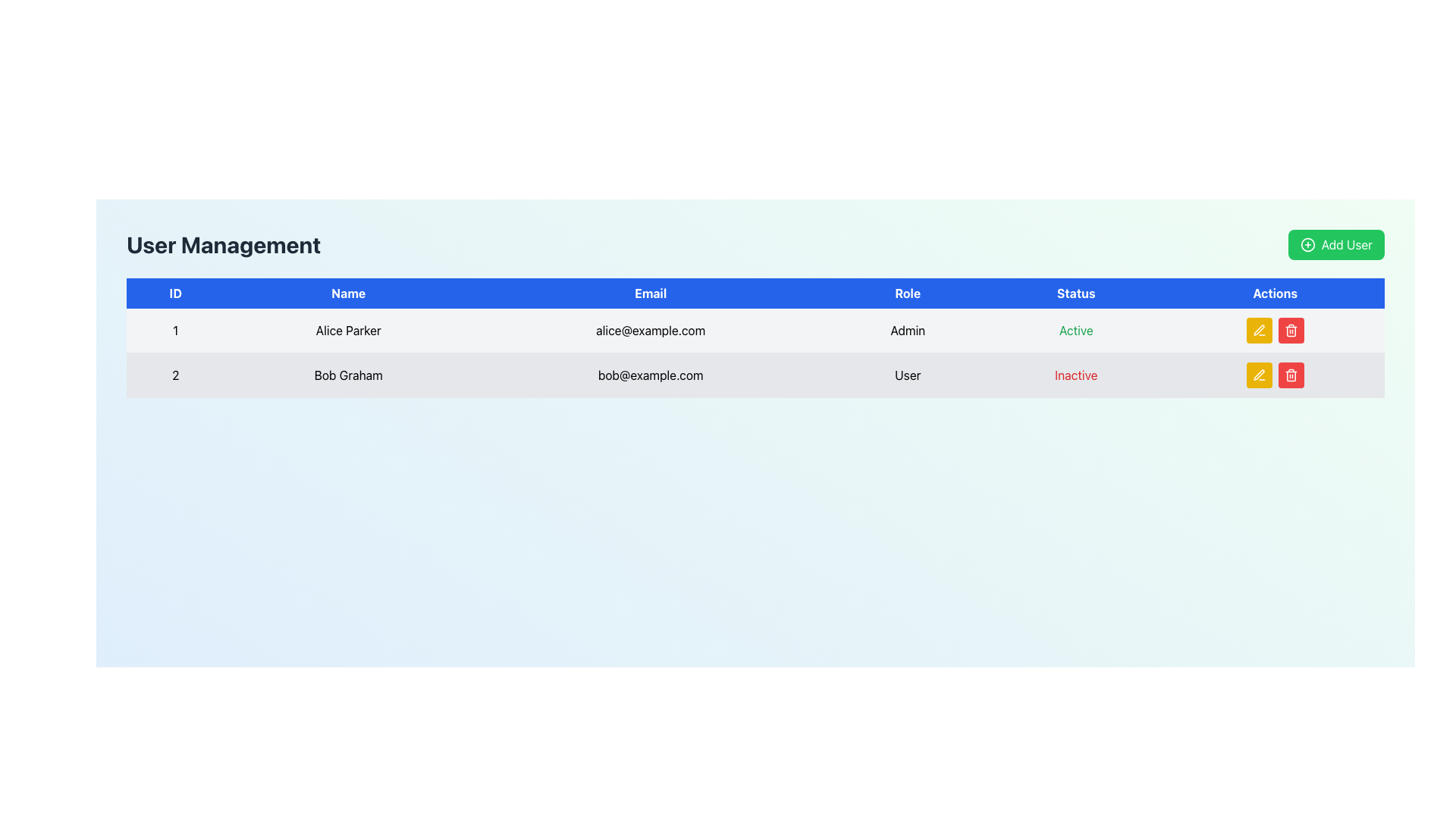 The width and height of the screenshot is (1456, 819). I want to click on the pen icon button in the 'Actions' column of the second row for user 'Bob Graham', so click(1259, 375).